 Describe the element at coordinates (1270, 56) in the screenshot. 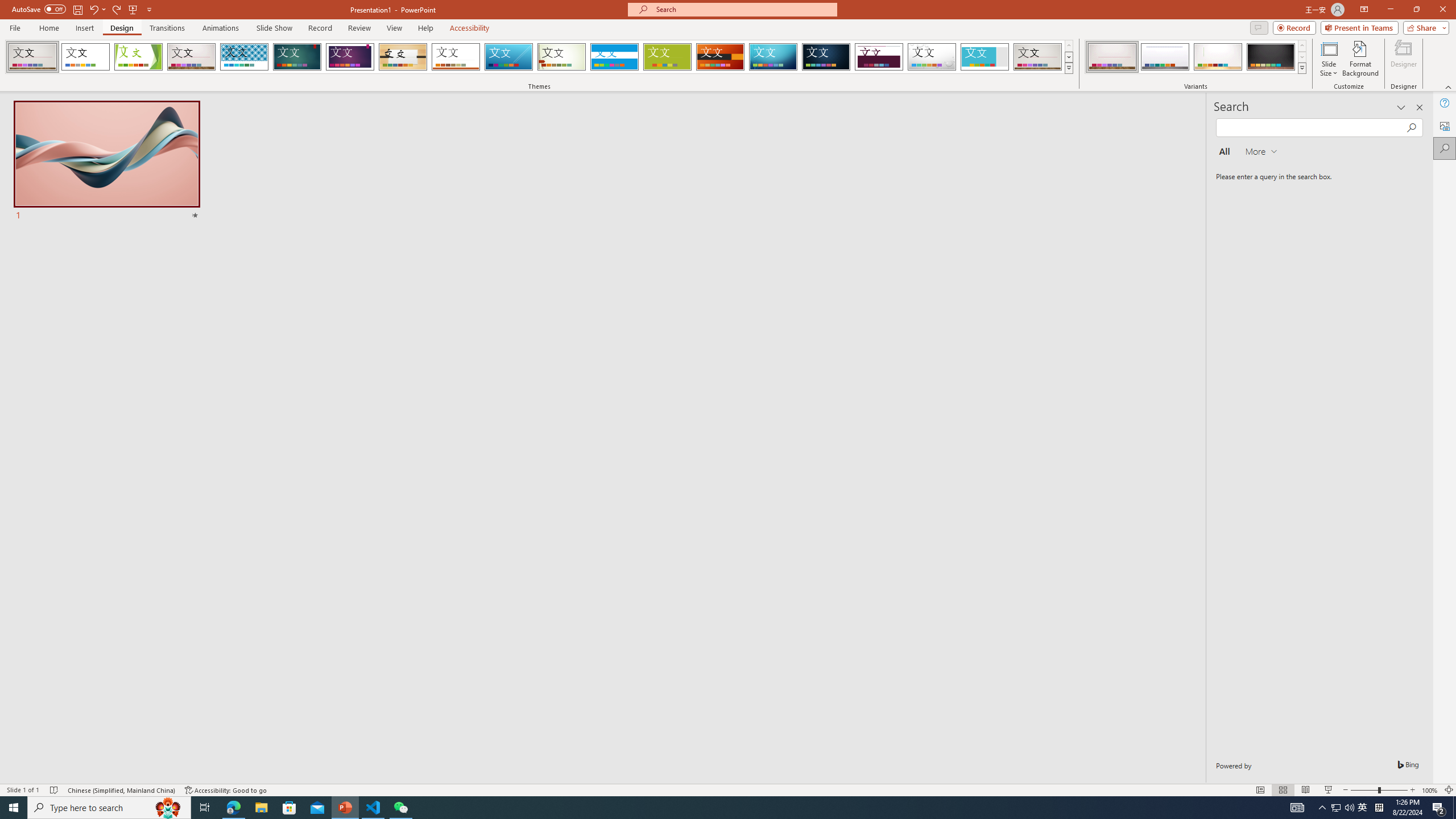

I see `'Gallery Variant 4'` at that location.